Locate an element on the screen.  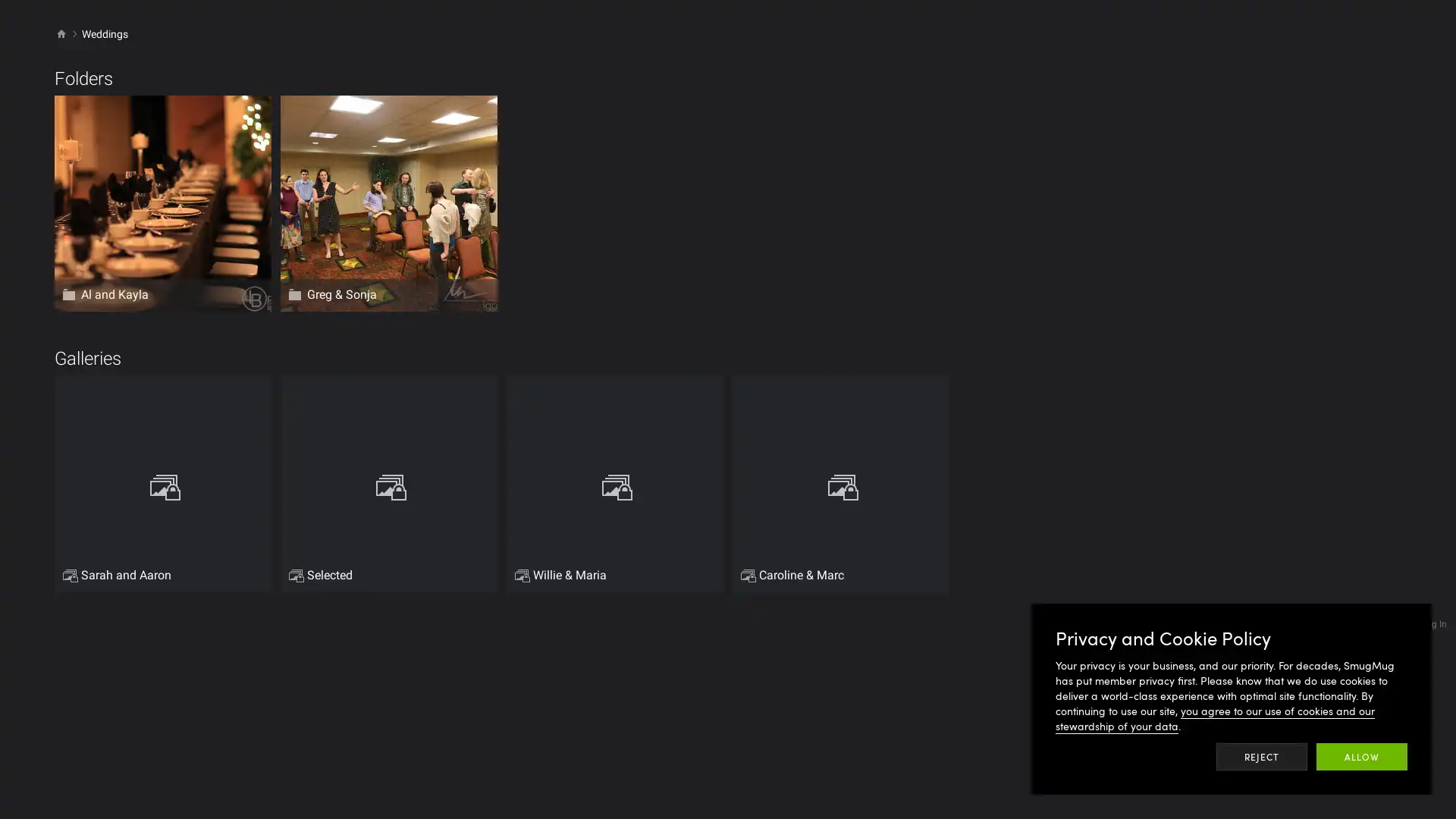
ALLOW is located at coordinates (1361, 757).